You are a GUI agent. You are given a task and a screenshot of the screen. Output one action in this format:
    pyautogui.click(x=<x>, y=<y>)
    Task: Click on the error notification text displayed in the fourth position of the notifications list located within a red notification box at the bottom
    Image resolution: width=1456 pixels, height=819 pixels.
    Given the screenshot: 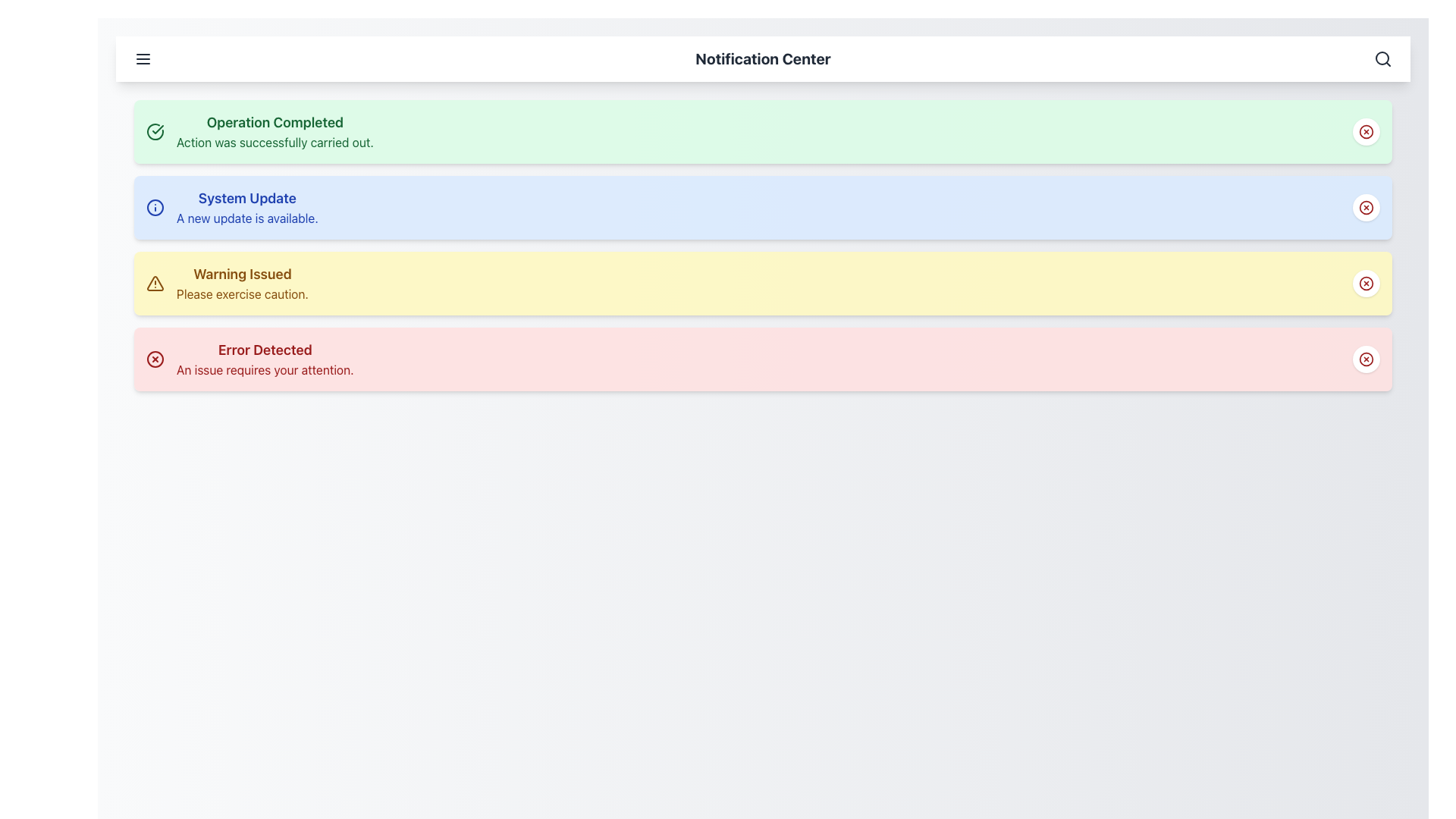 What is the action you would take?
    pyautogui.click(x=265, y=359)
    